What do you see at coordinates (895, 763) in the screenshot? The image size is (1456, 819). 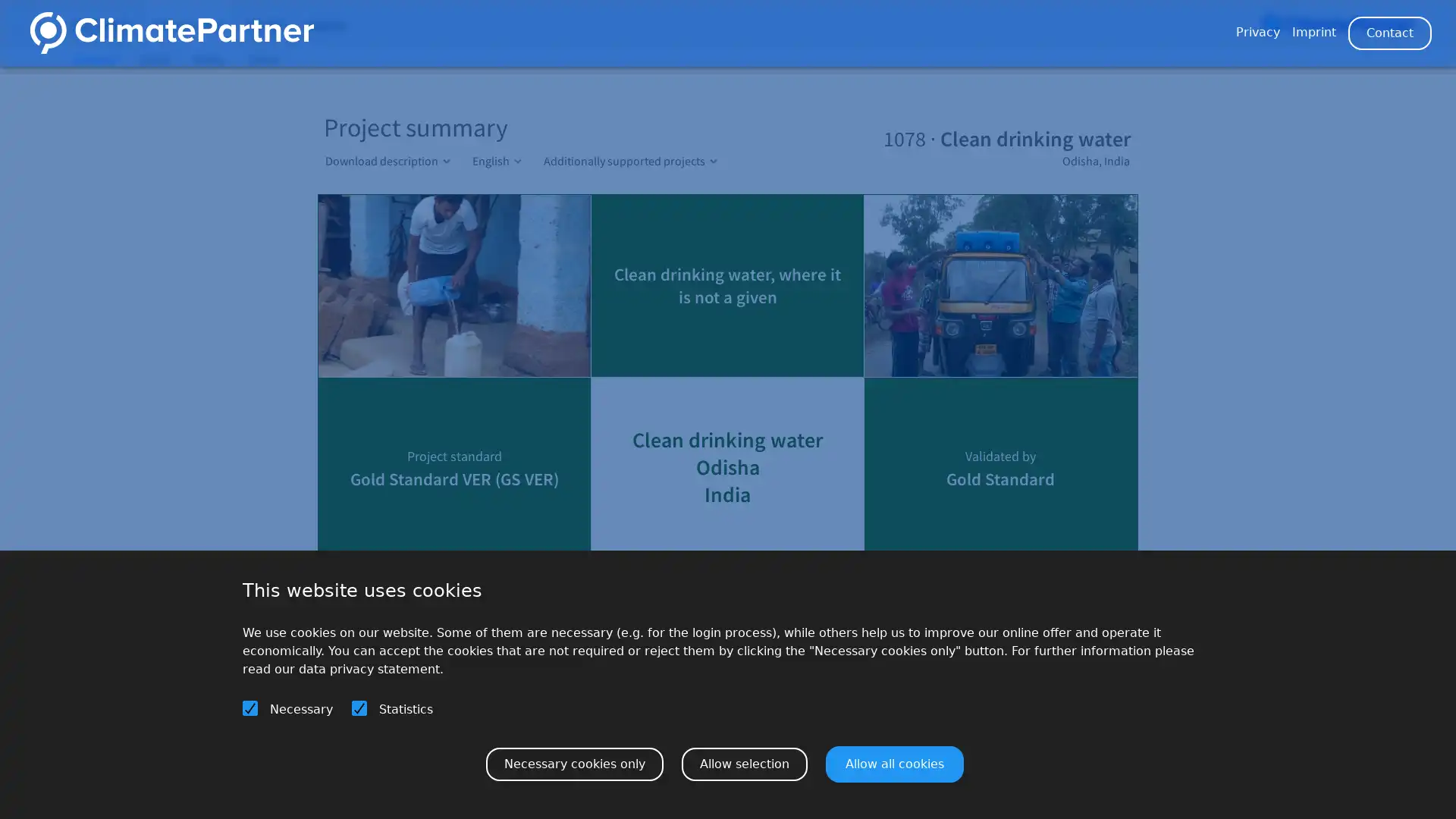 I see `Allow all cookies` at bounding box center [895, 763].